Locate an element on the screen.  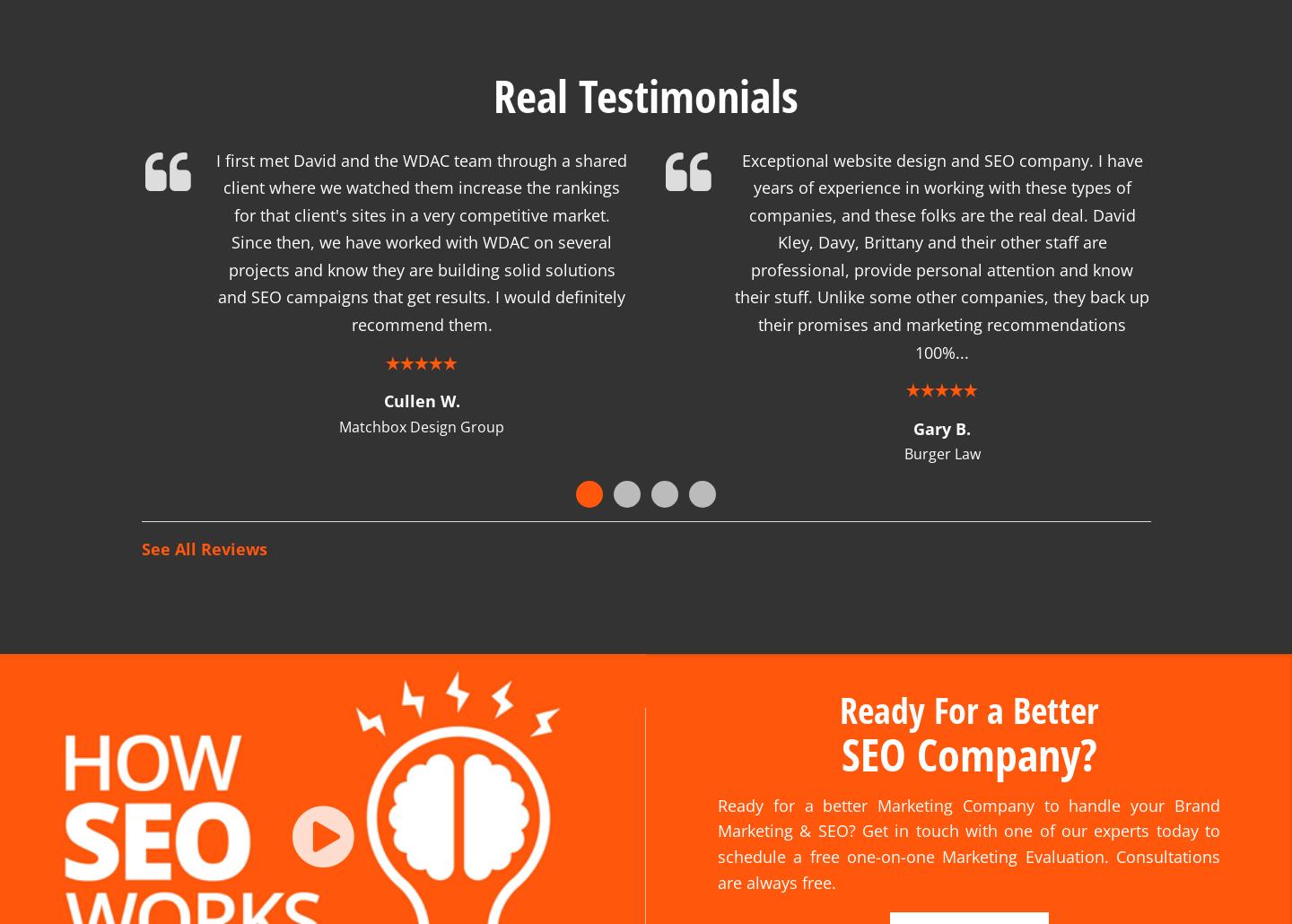
'Gary B.' is located at coordinates (942, 405).